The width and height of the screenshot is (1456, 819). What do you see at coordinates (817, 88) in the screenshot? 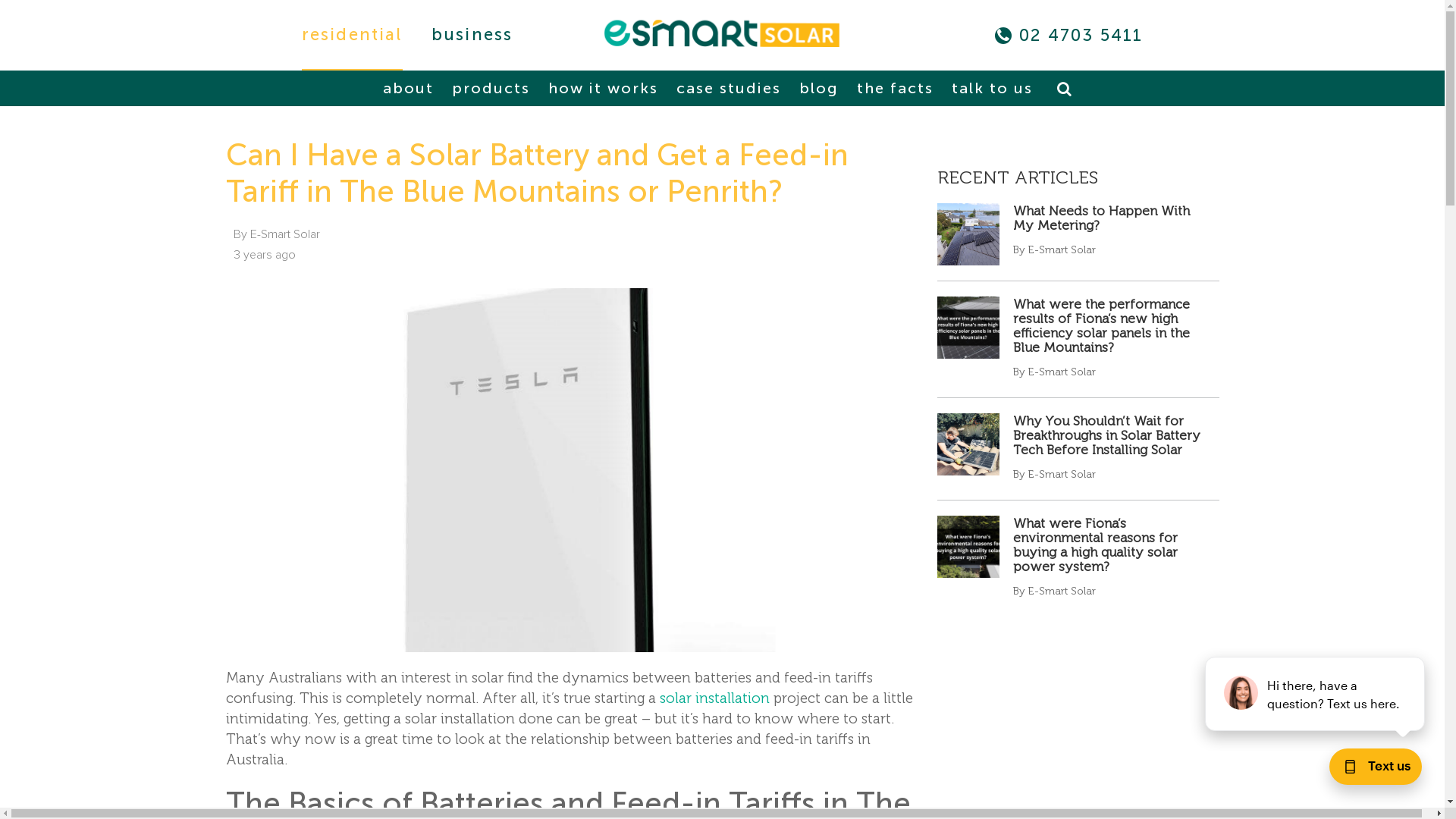
I see `'blog'` at bounding box center [817, 88].